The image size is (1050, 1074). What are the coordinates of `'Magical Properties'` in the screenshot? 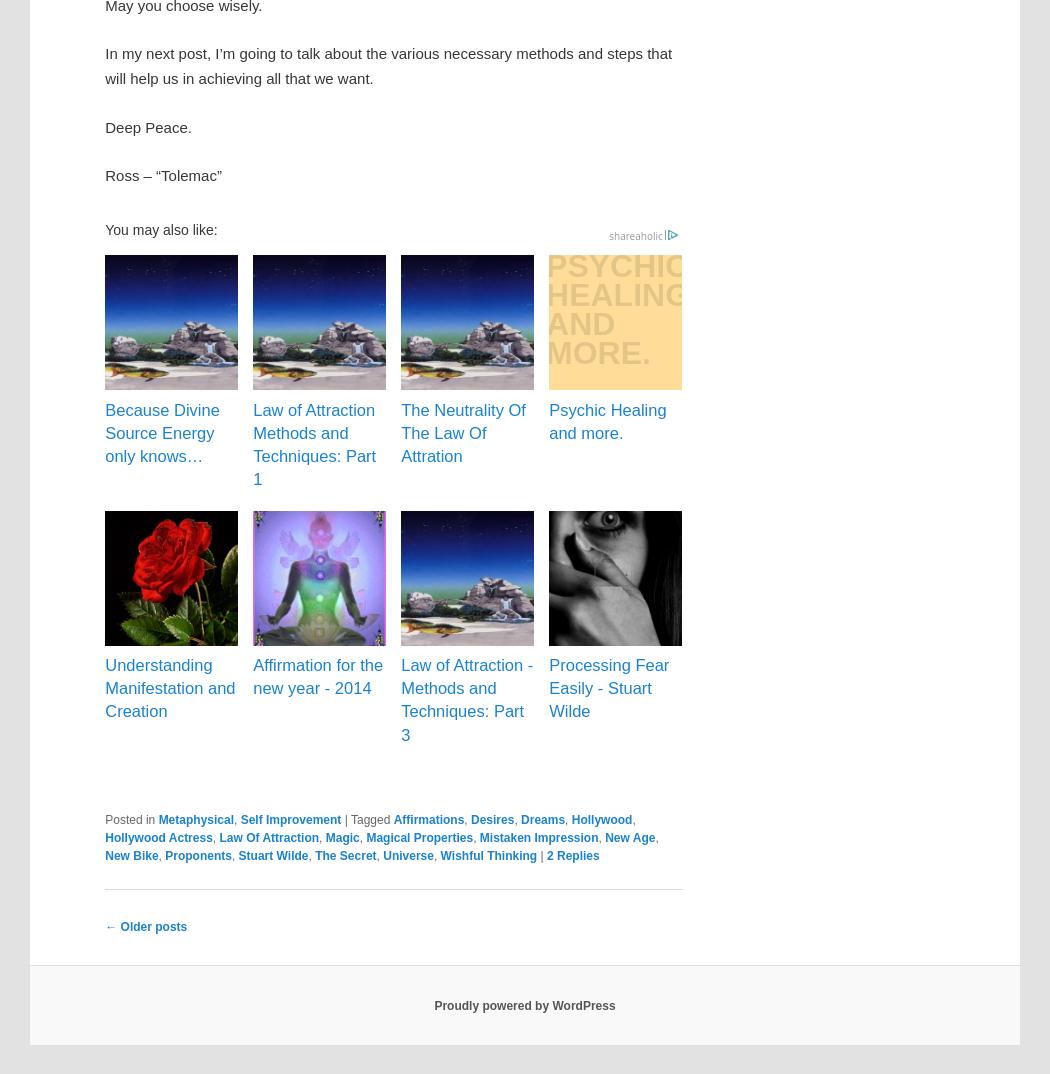 It's located at (418, 836).